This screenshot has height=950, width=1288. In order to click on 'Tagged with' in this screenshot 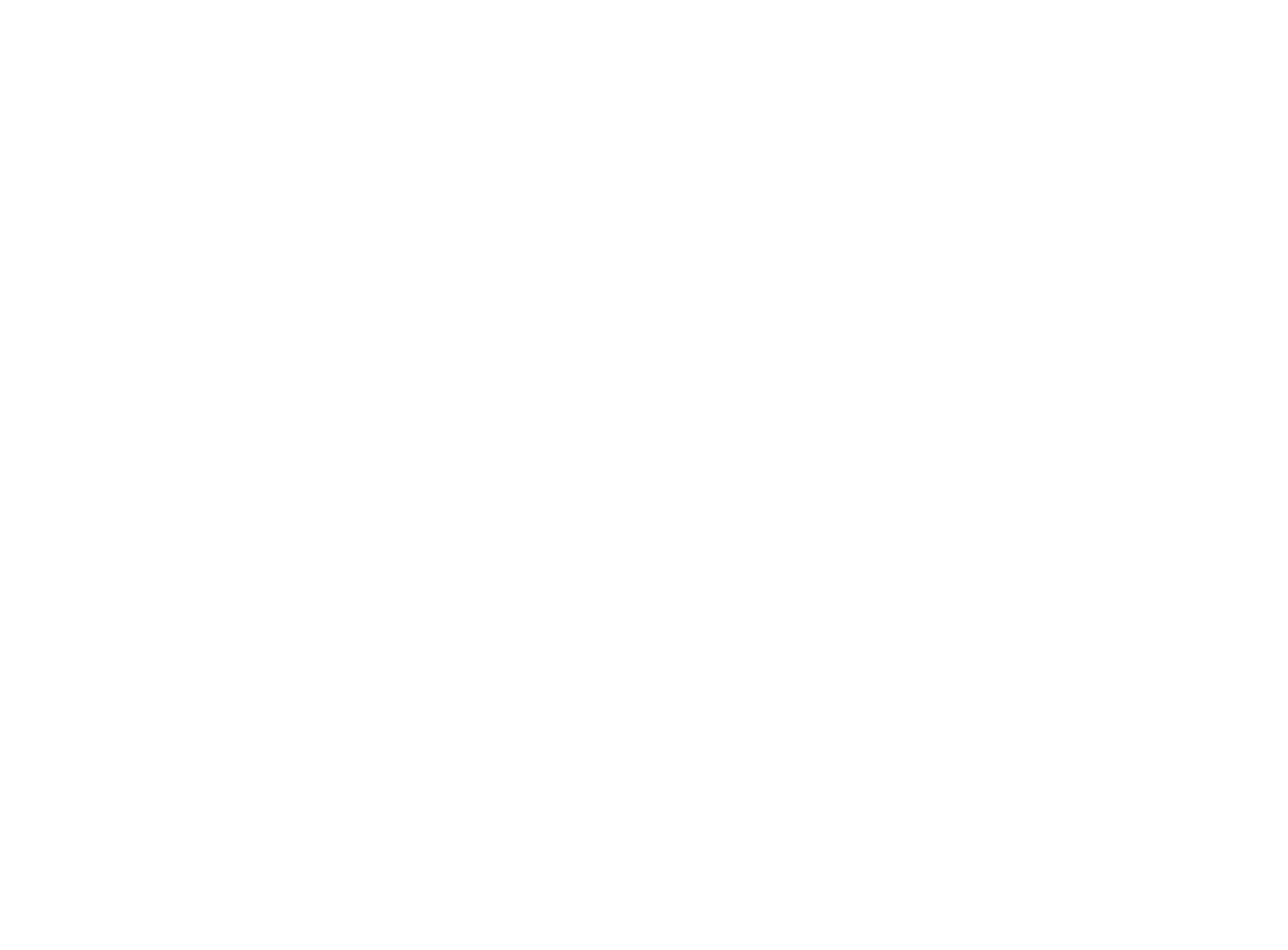, I will do `click(348, 826)`.